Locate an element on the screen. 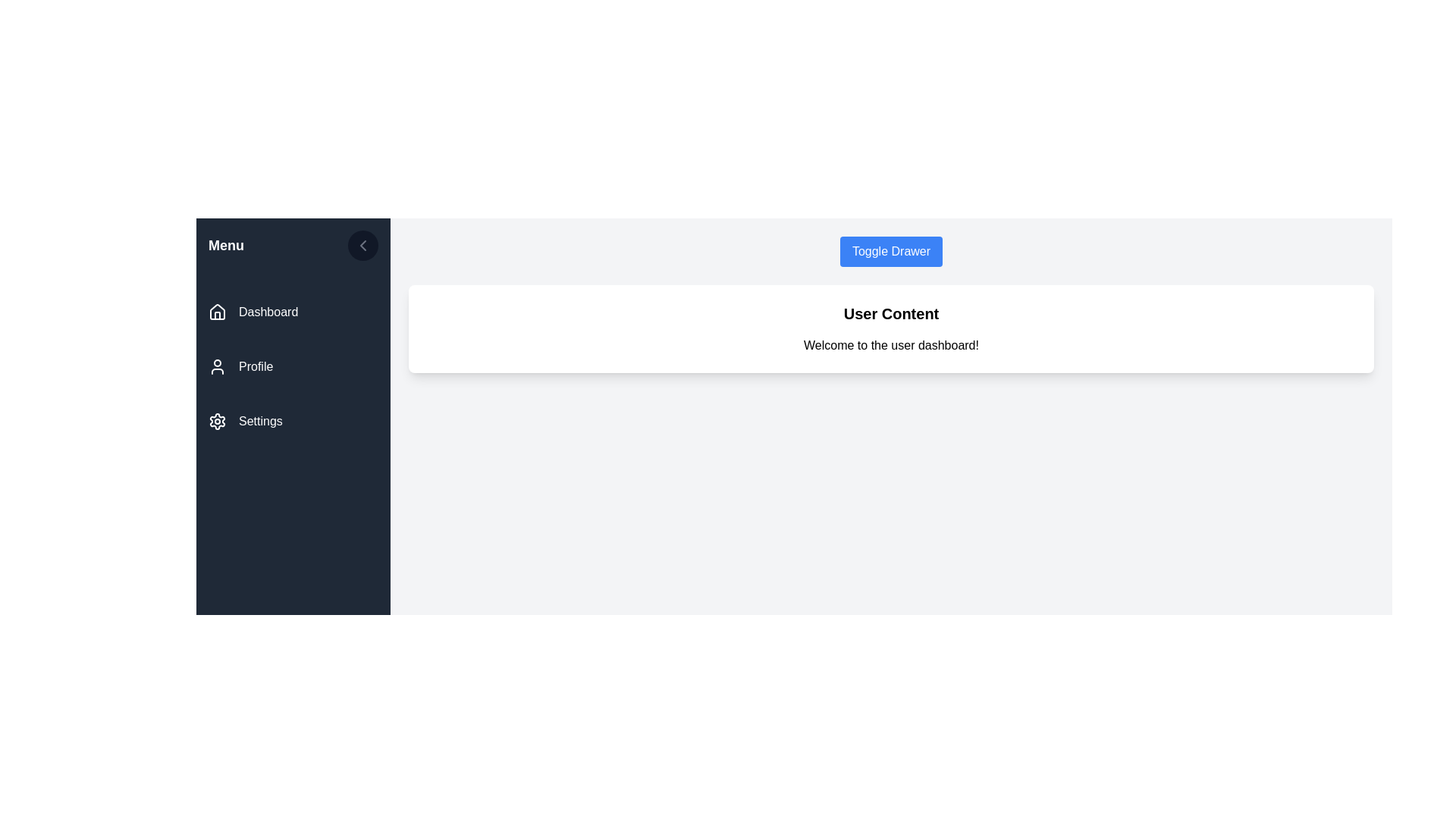  the second item in the Navigation menu is located at coordinates (293, 366).